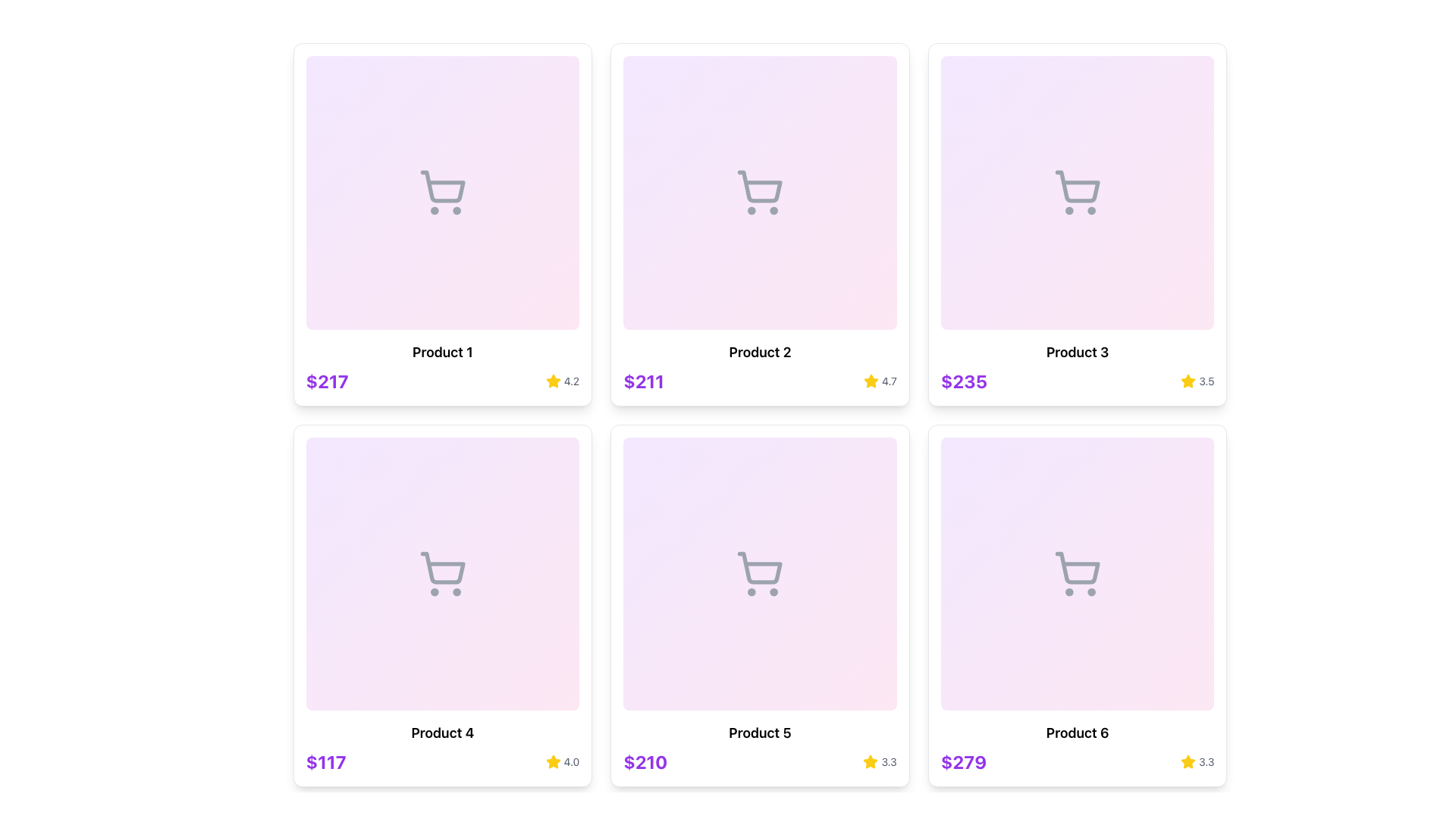 The image size is (1456, 819). What do you see at coordinates (962, 762) in the screenshot?
I see `the price label displaying 'Product 6', located at the bottom right of the product grid` at bounding box center [962, 762].